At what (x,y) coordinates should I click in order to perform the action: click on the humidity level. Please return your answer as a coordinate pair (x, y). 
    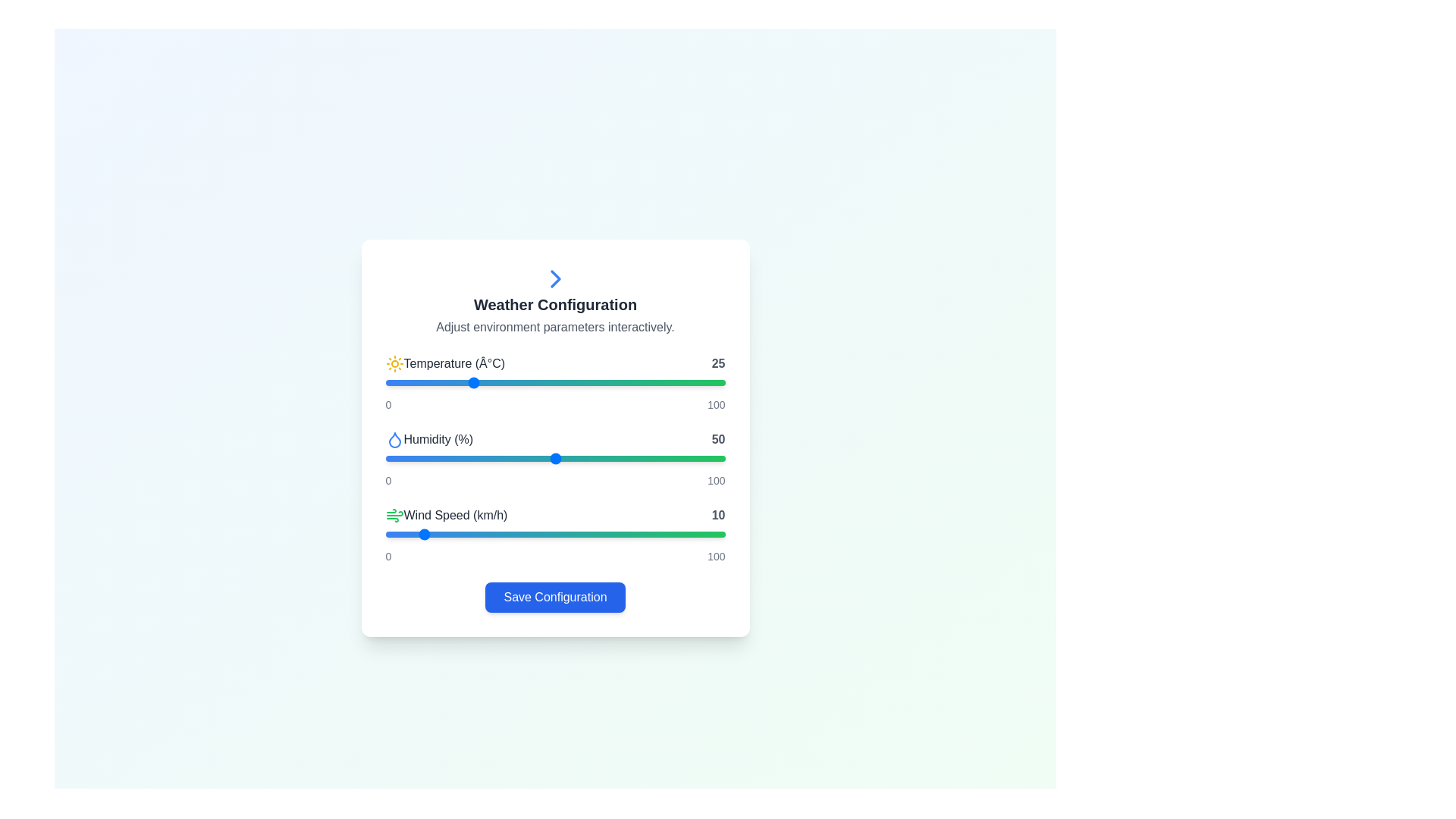
    Looking at the image, I should click on (598, 458).